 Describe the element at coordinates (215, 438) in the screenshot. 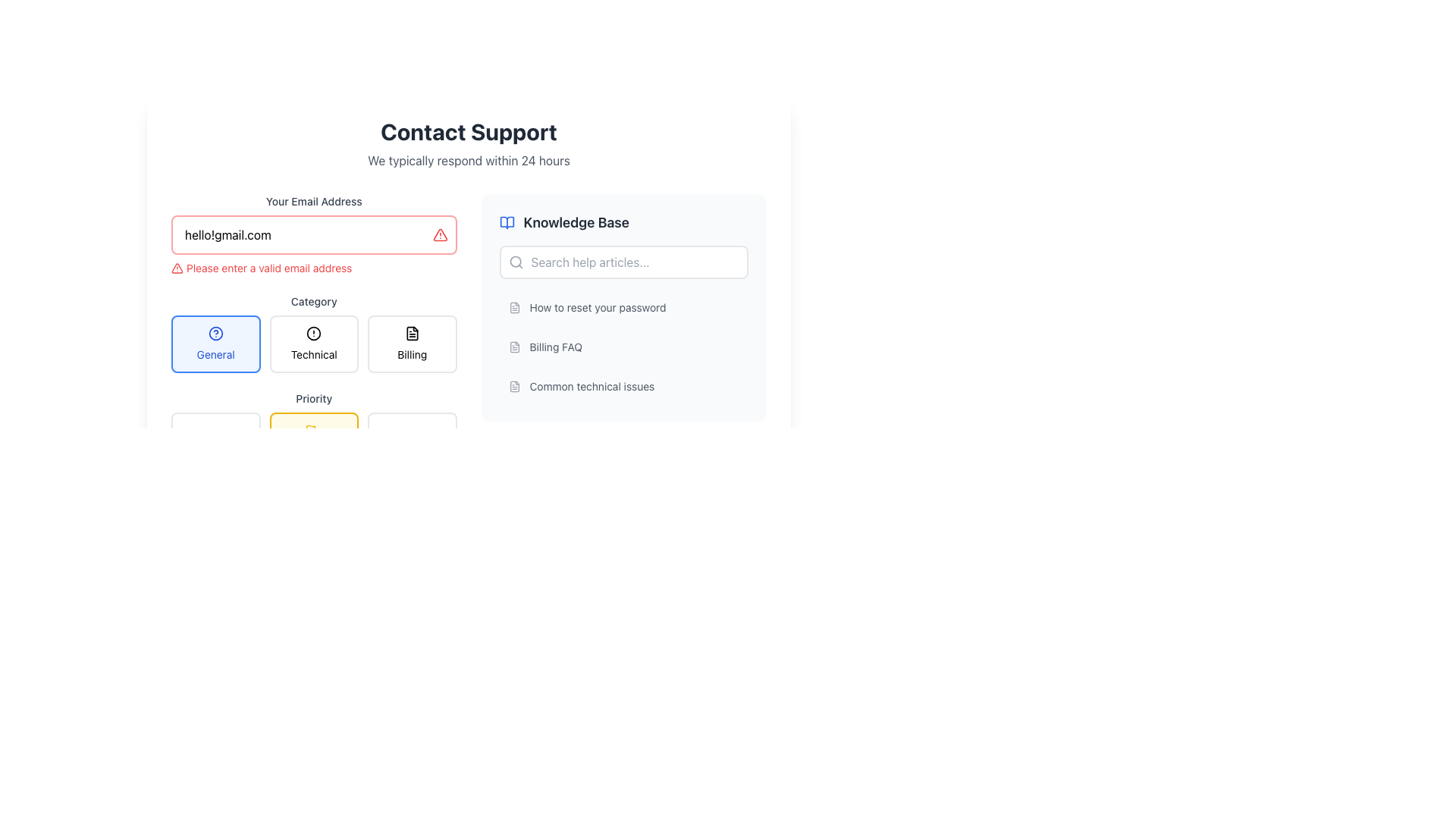

I see `the 'Low' priority button, which is the first button on the left in the group of three buttons labeled 'Low,' 'Medium,' and 'High' under the 'Priority' section` at that location.